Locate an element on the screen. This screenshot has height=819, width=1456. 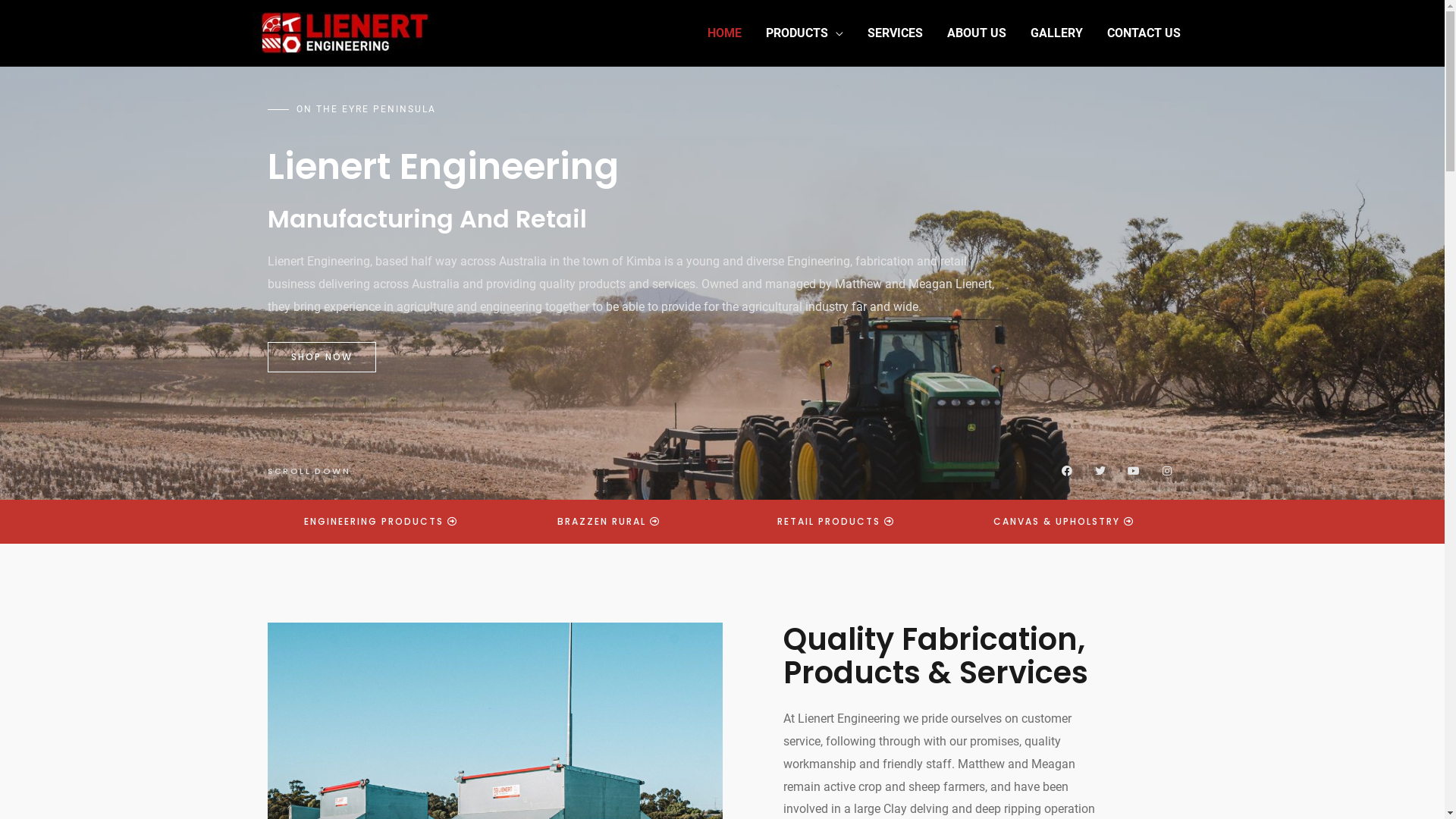
'RETAIL PRODUCTS' is located at coordinates (835, 520).